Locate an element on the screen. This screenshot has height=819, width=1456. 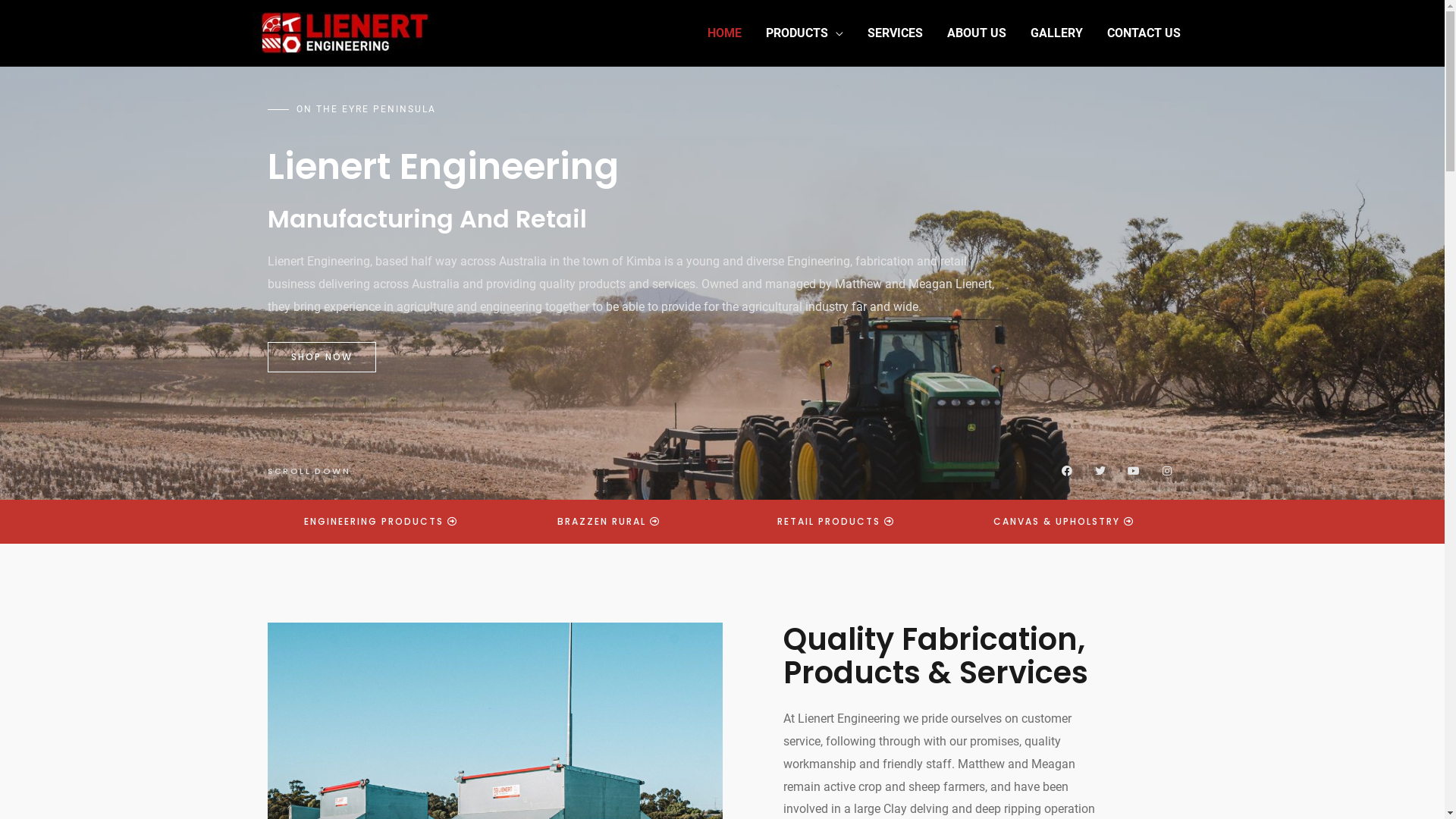
'RETAIL PRODUCTS' is located at coordinates (835, 520).